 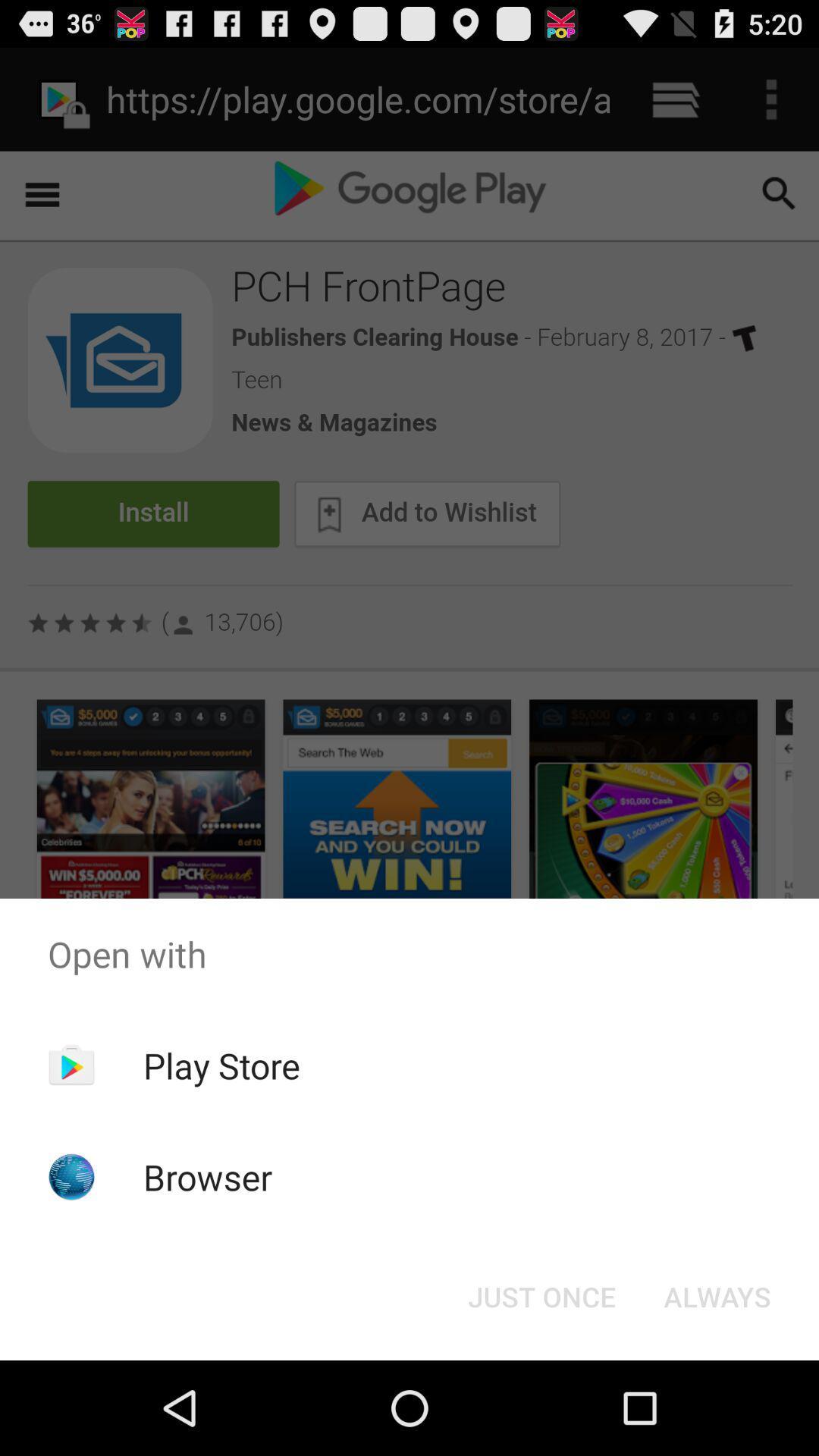 What do you see at coordinates (717, 1295) in the screenshot?
I see `the icon below the open with item` at bounding box center [717, 1295].